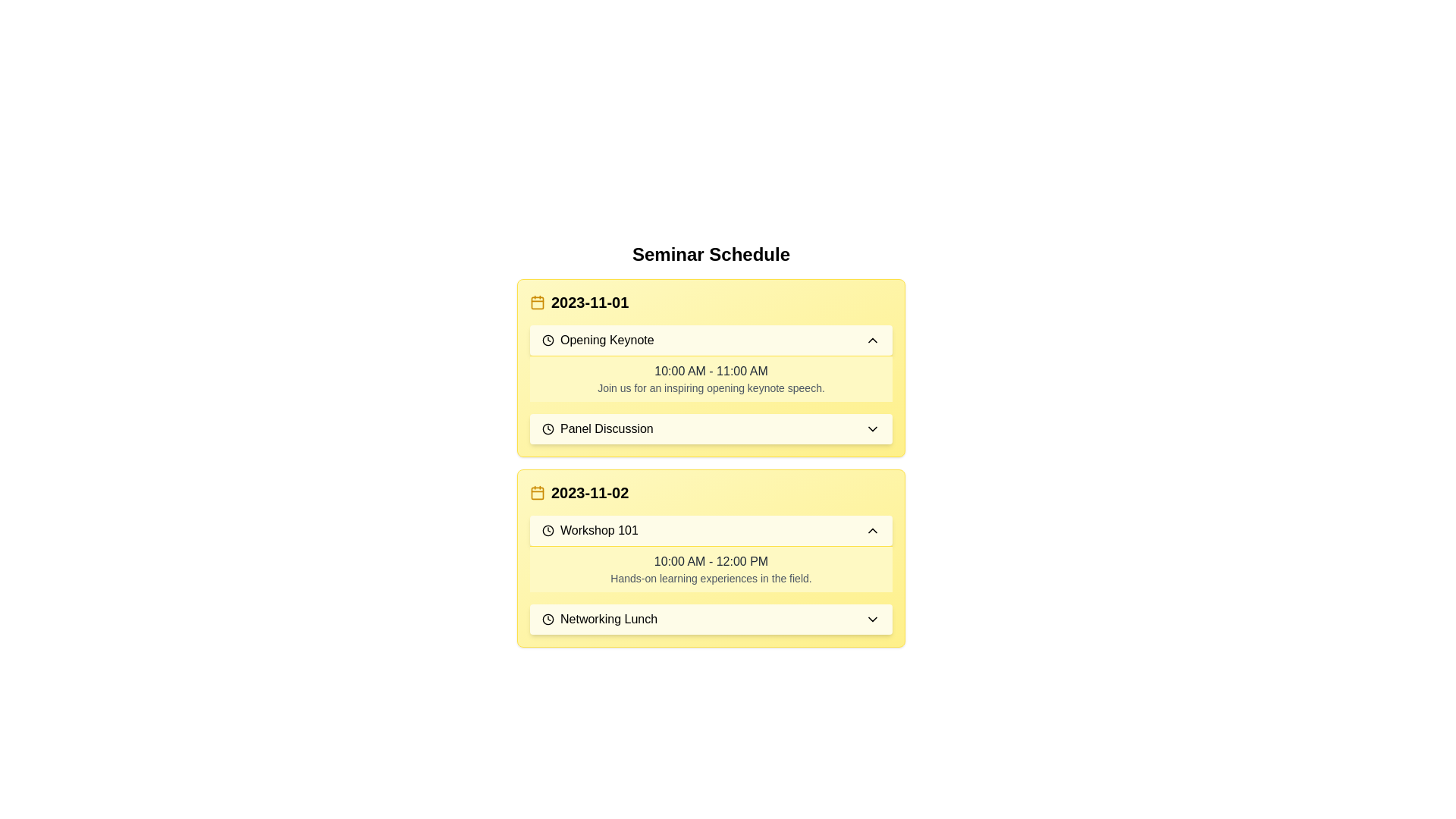 This screenshot has width=1456, height=819. What do you see at coordinates (589, 529) in the screenshot?
I see `the text label 'Workshop 101' with the adjacent clock icon in the event schedule for the date '2023-11-02'` at bounding box center [589, 529].